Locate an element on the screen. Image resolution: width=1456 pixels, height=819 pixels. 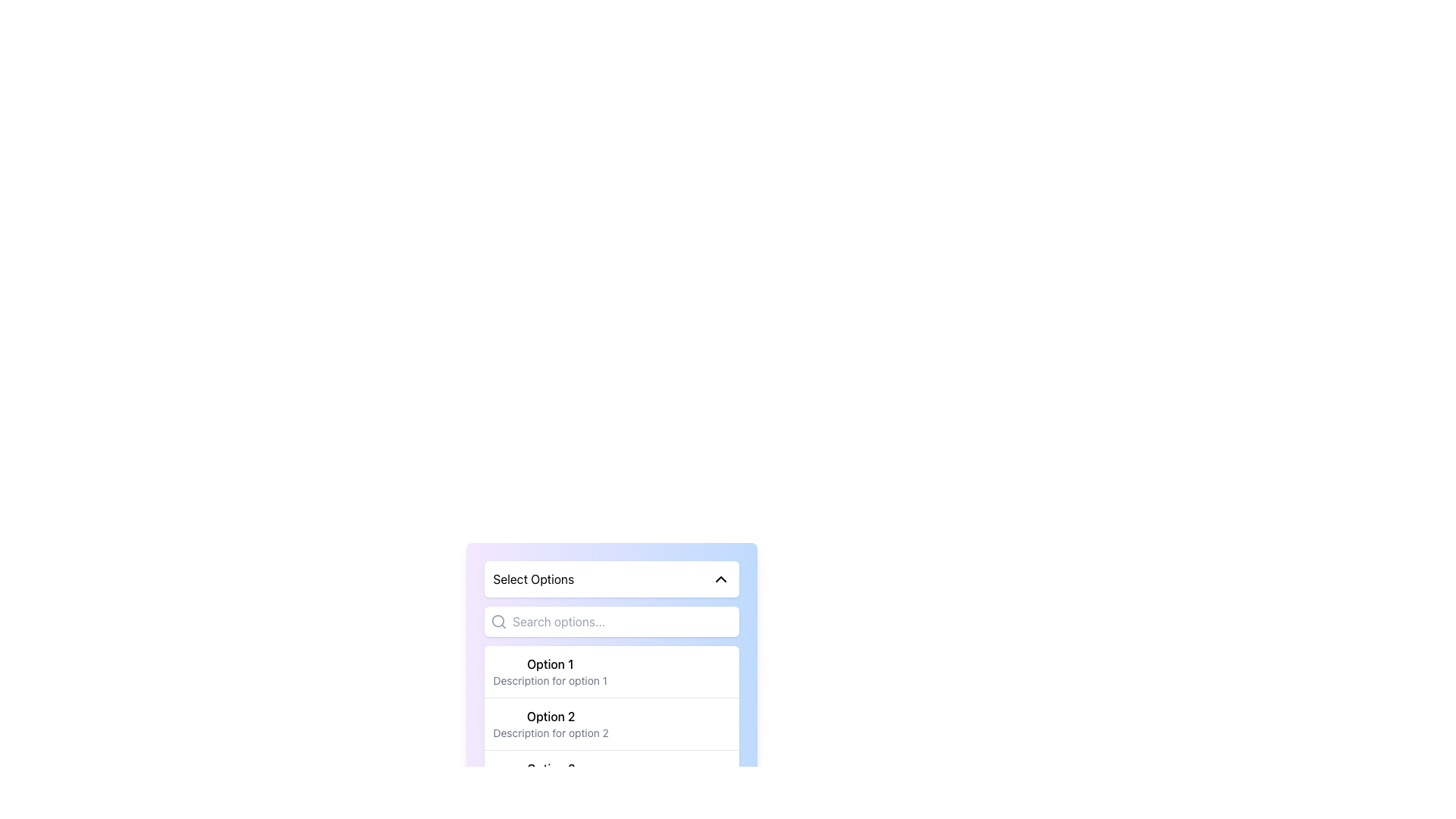
the list item containing the bold title 'Option 2' and the description 'Description for option 2' is located at coordinates (611, 723).